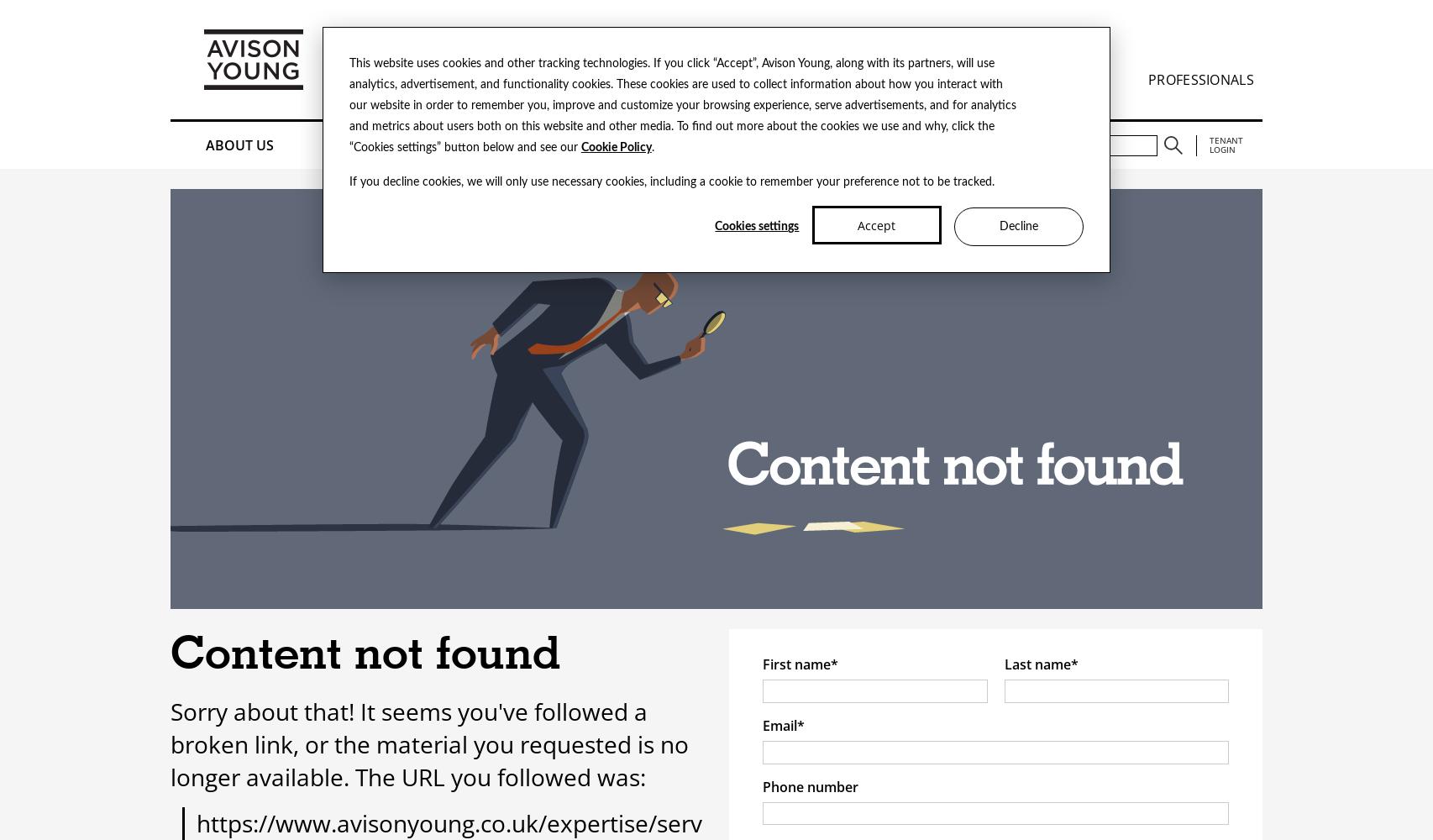 This screenshot has width=1433, height=840. What do you see at coordinates (428, 743) in the screenshot?
I see `'Sorry about that! It seems you've followed a broken link, or the material you requested is no longer available. The URL you followed was:'` at bounding box center [428, 743].